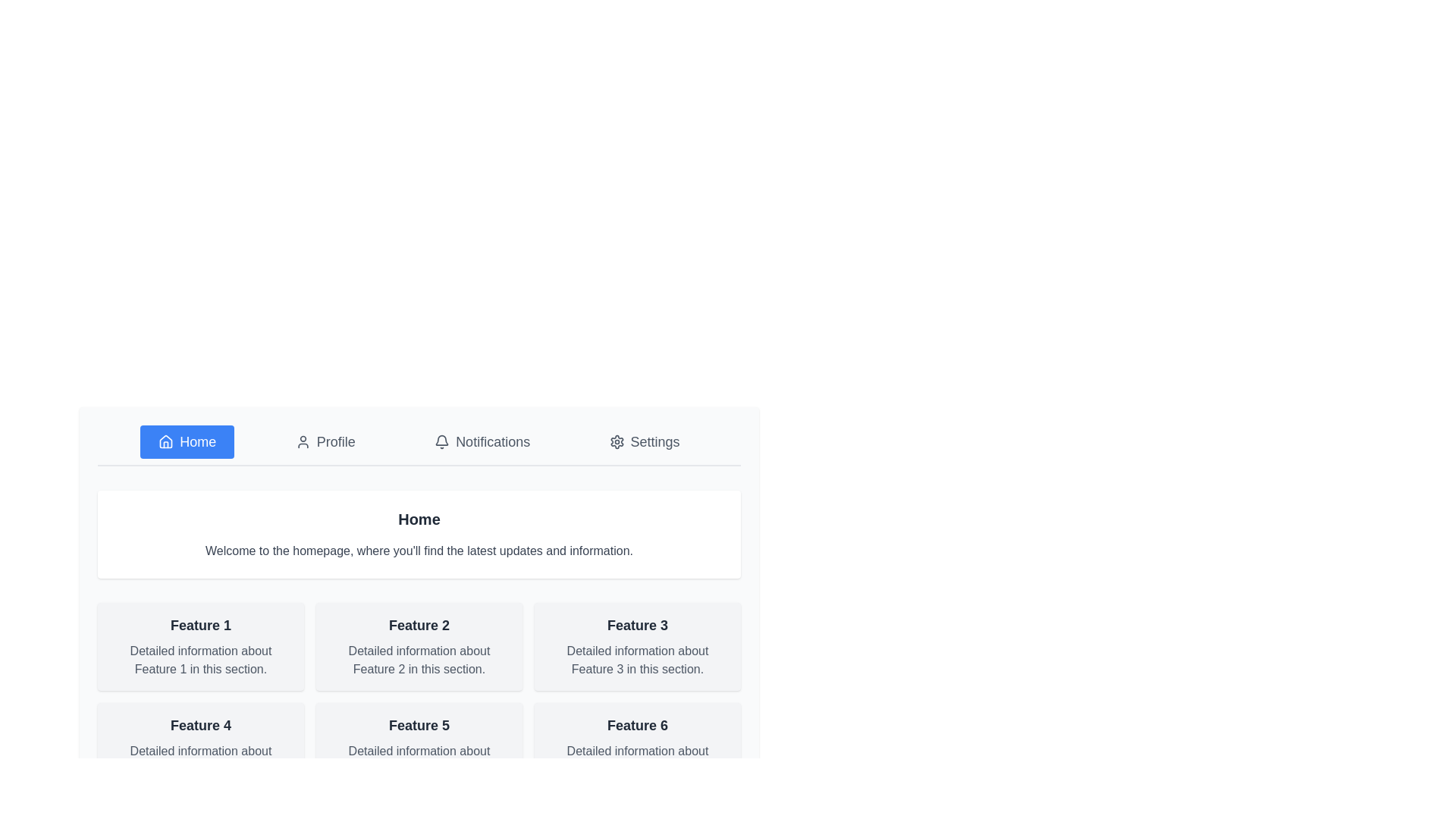  Describe the element at coordinates (199, 646) in the screenshot. I see `the Informational card titled 'Feature 1', which is a rectangular card with a light gray background and rounded corners located at the top-left of the grid layout` at that location.